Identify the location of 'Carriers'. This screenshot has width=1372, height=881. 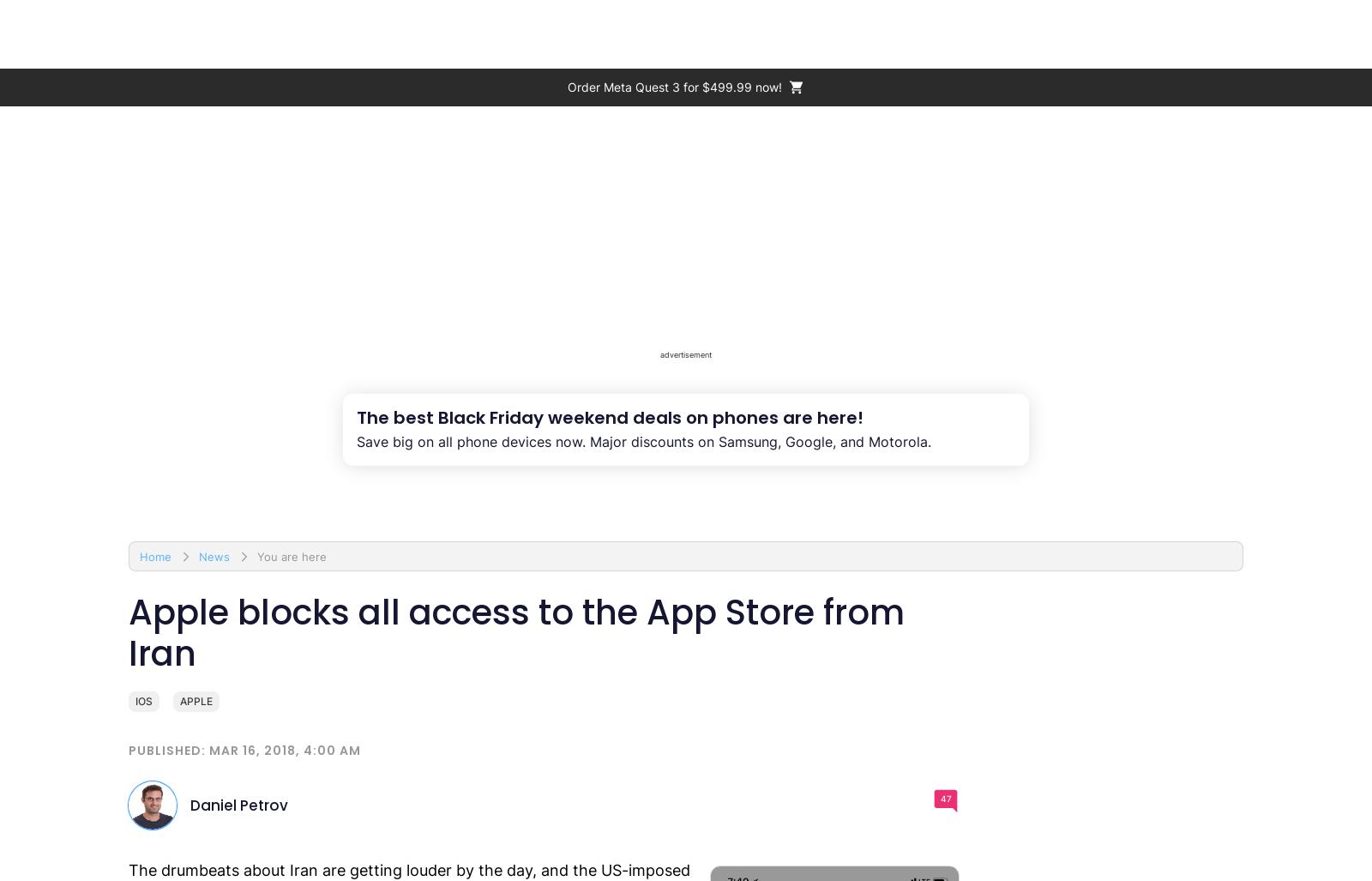
(943, 33).